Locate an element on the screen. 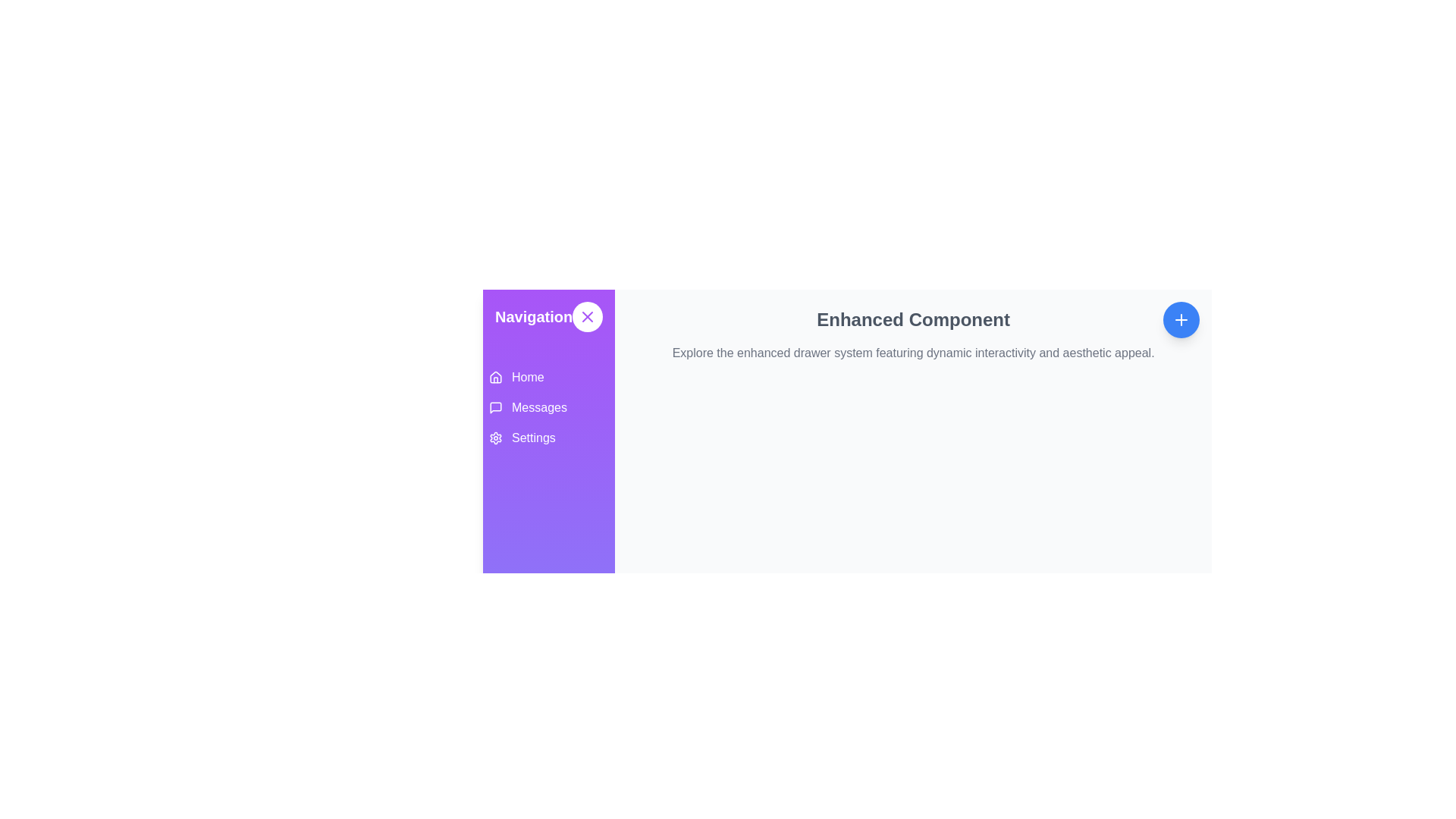 This screenshot has height=819, width=1456. the 'Settings' button in the sidebar, which features a gear icon and is styled with a rounded outline and purple background is located at coordinates (548, 438).